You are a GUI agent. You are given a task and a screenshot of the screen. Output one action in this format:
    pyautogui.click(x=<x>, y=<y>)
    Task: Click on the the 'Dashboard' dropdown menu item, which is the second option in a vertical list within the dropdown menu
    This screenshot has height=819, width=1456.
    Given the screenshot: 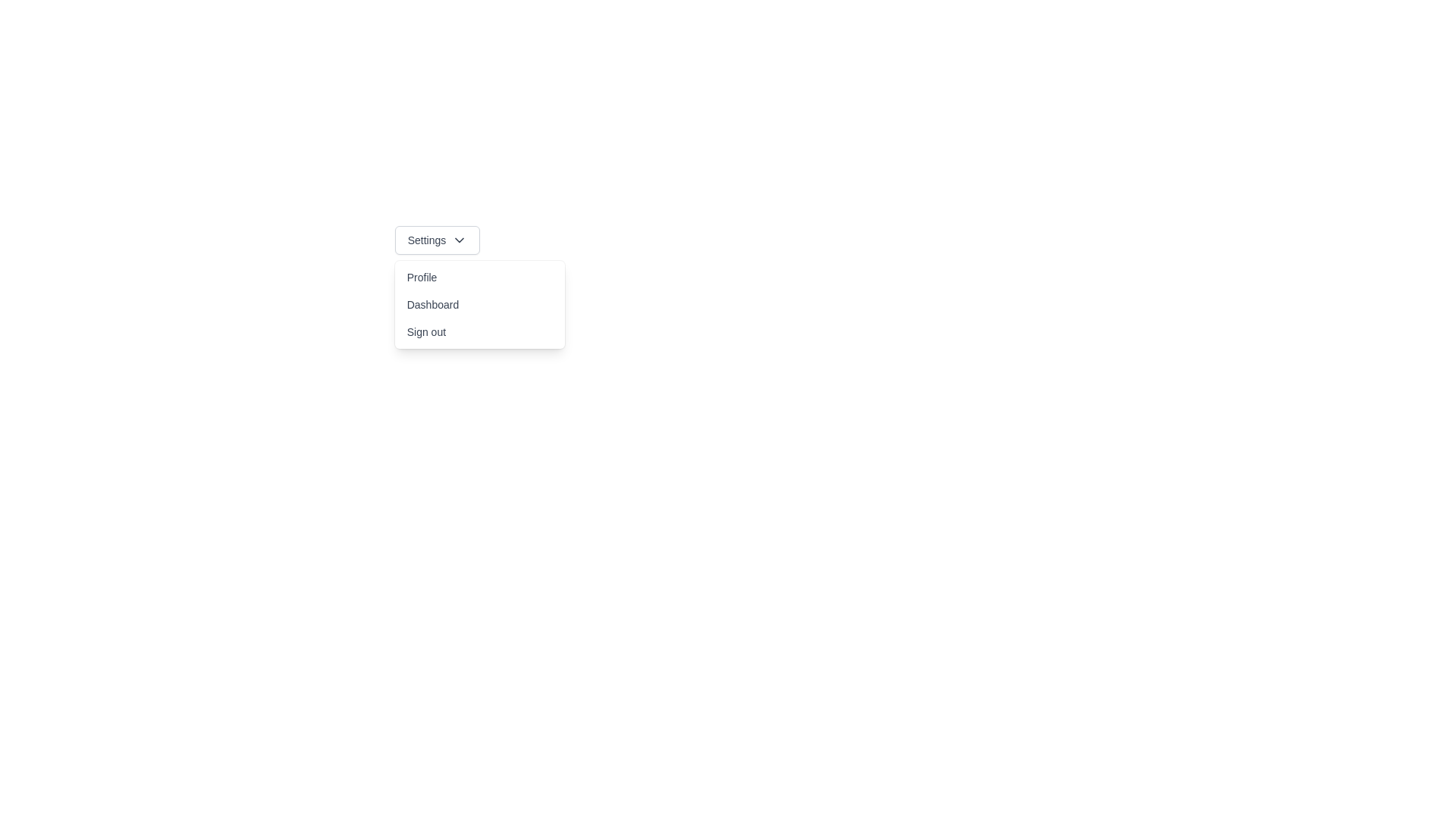 What is the action you would take?
    pyautogui.click(x=479, y=304)
    